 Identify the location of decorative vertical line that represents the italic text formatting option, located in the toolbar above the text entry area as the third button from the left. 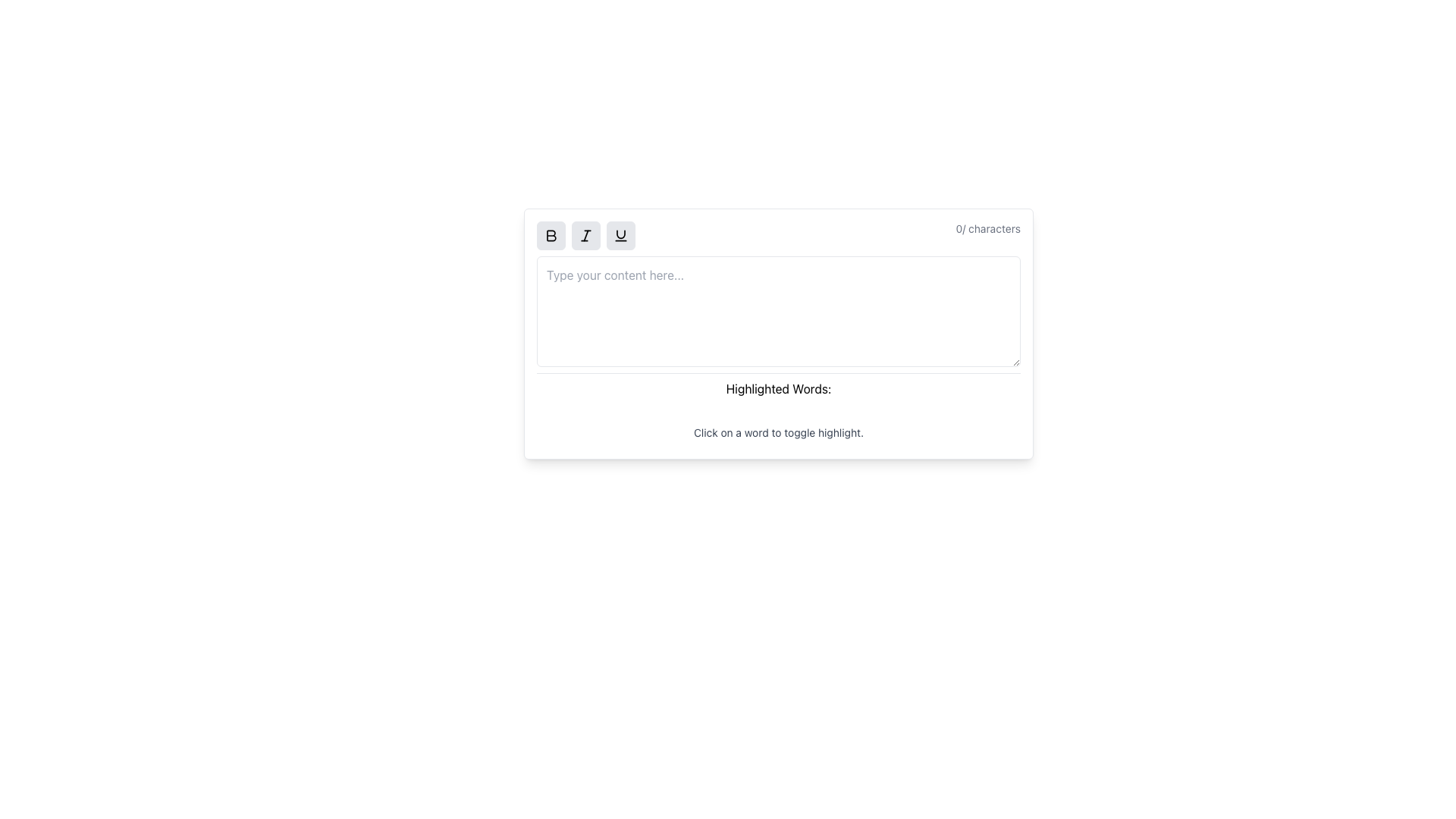
(585, 236).